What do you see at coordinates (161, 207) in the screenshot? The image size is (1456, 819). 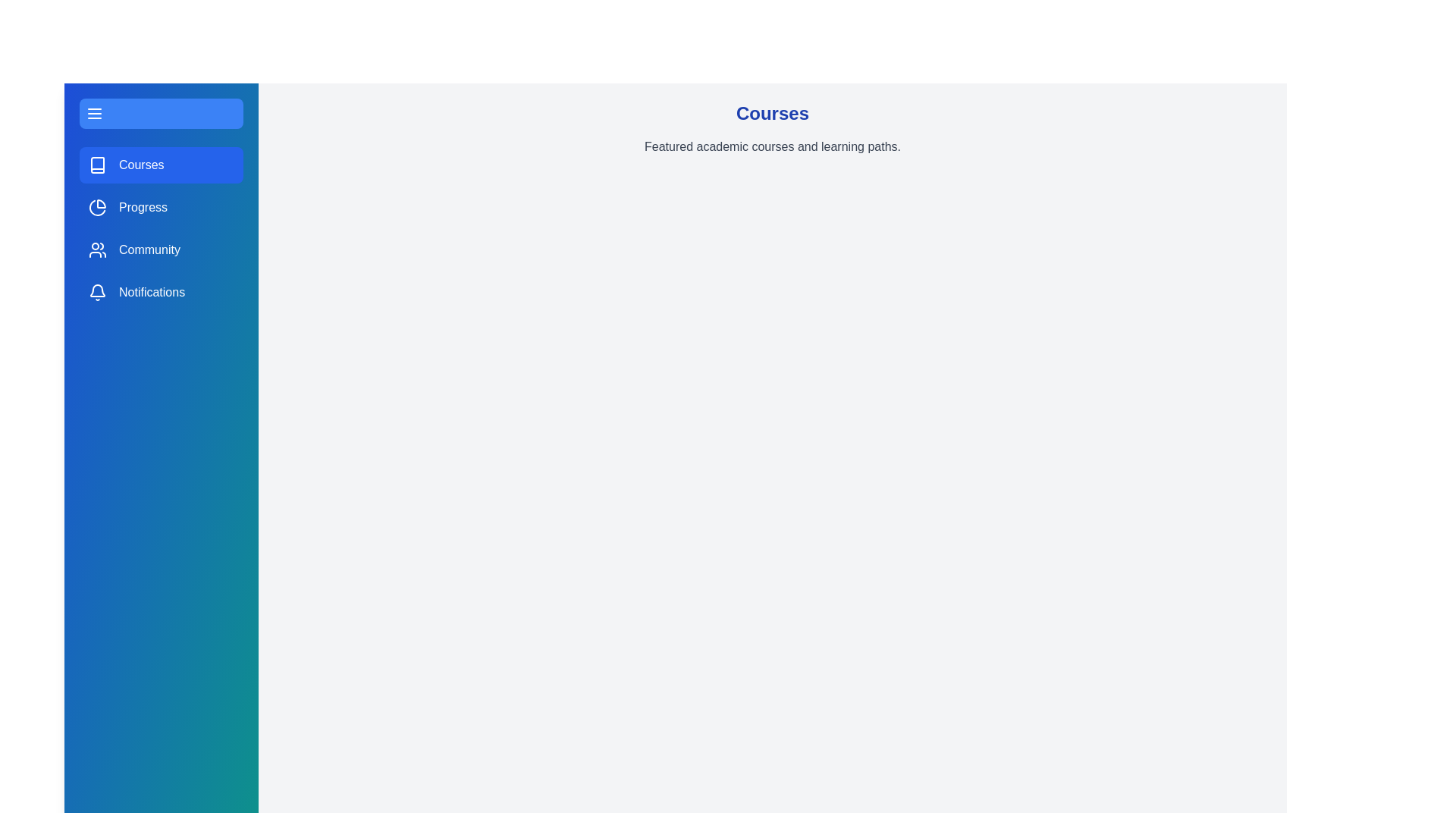 I see `the sidebar section Progress by clicking on its corresponding area` at bounding box center [161, 207].